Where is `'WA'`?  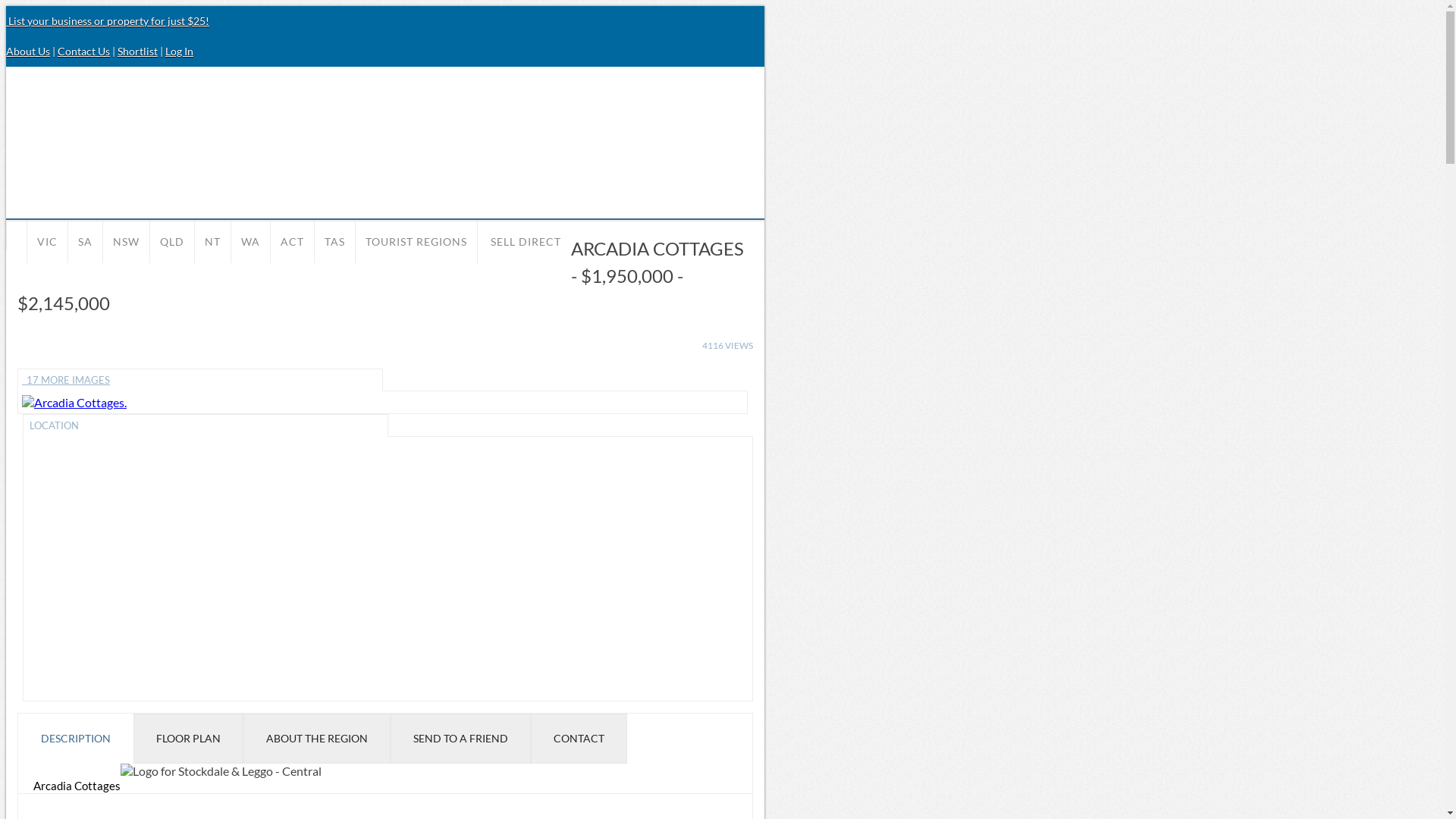
'WA' is located at coordinates (250, 240).